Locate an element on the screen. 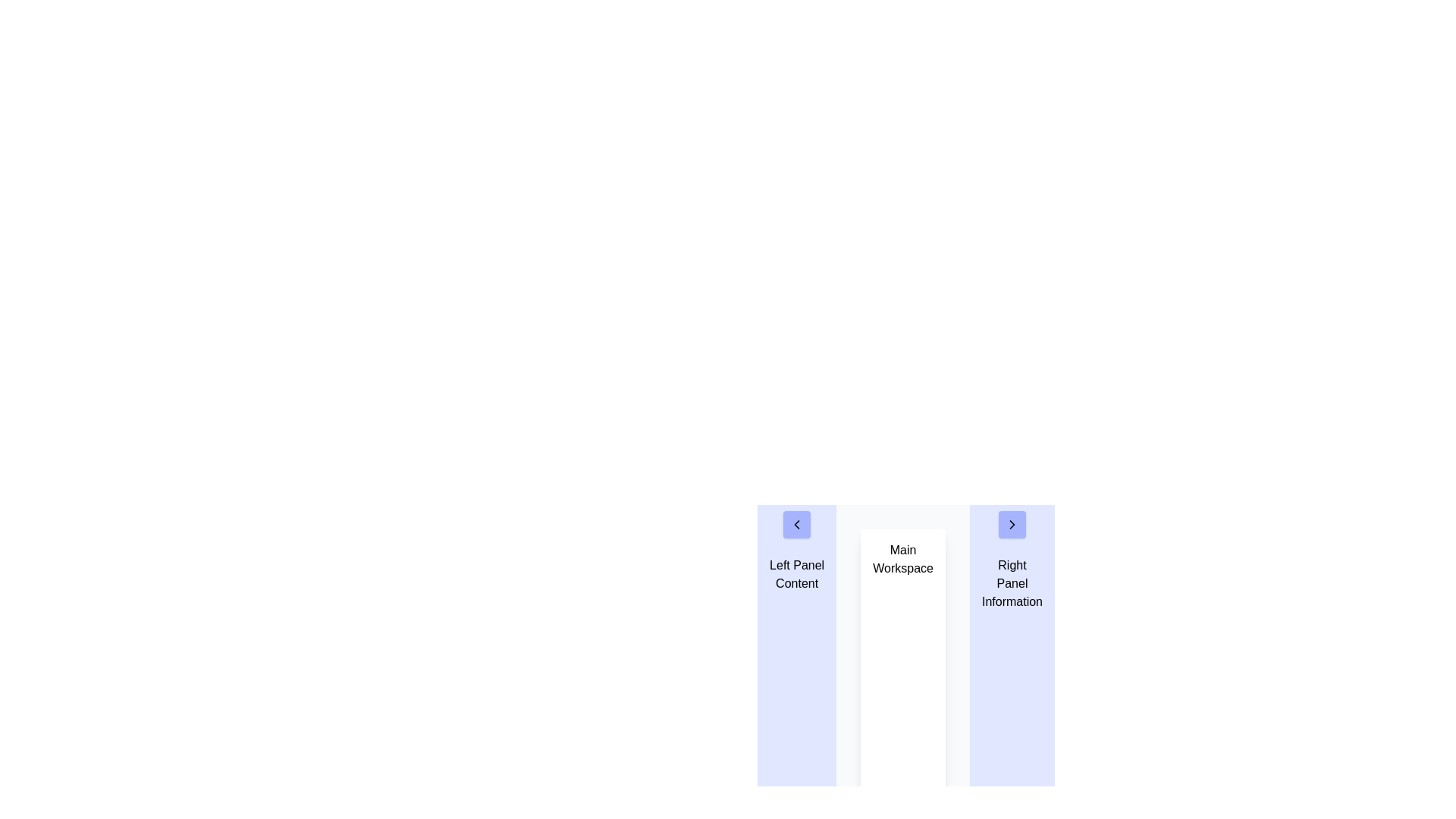 This screenshot has height=819, width=1456. the descriptive text label located in the left panel, which indicates the content or purpose of the left panel, positioned below the leftward navigation arrow icon and above the main workspace area is located at coordinates (796, 575).